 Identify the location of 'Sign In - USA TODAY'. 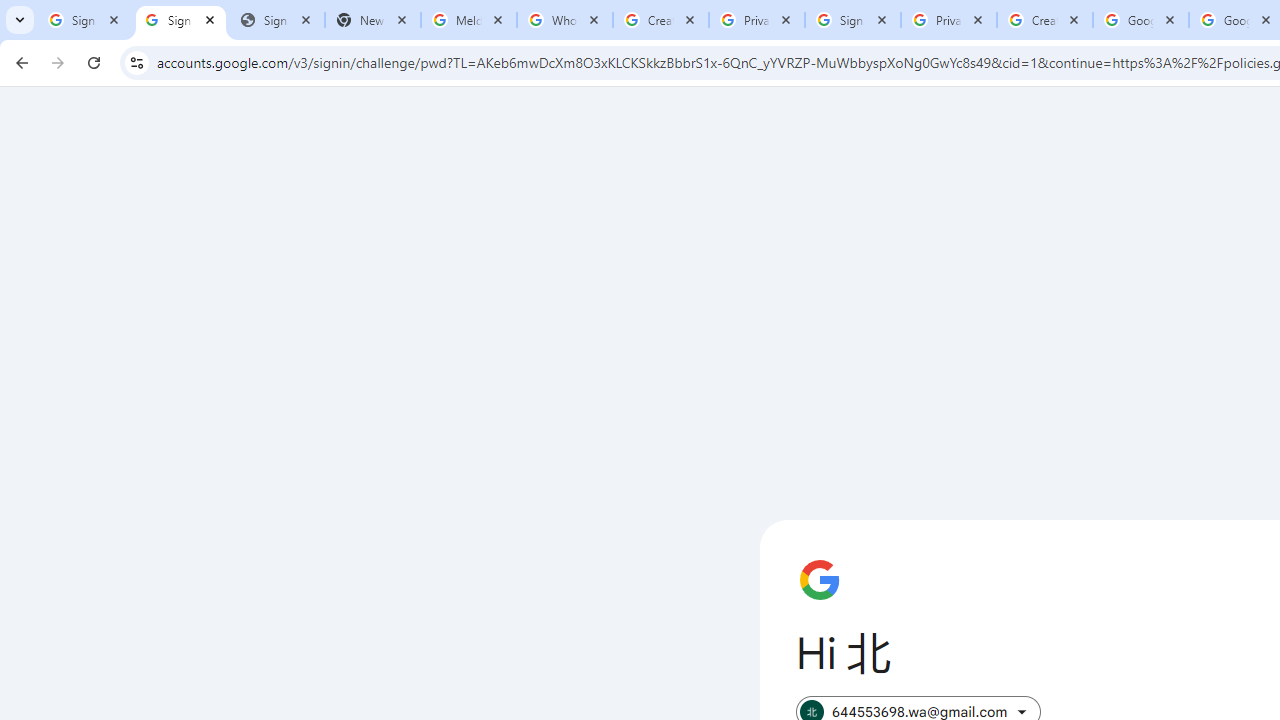
(276, 20).